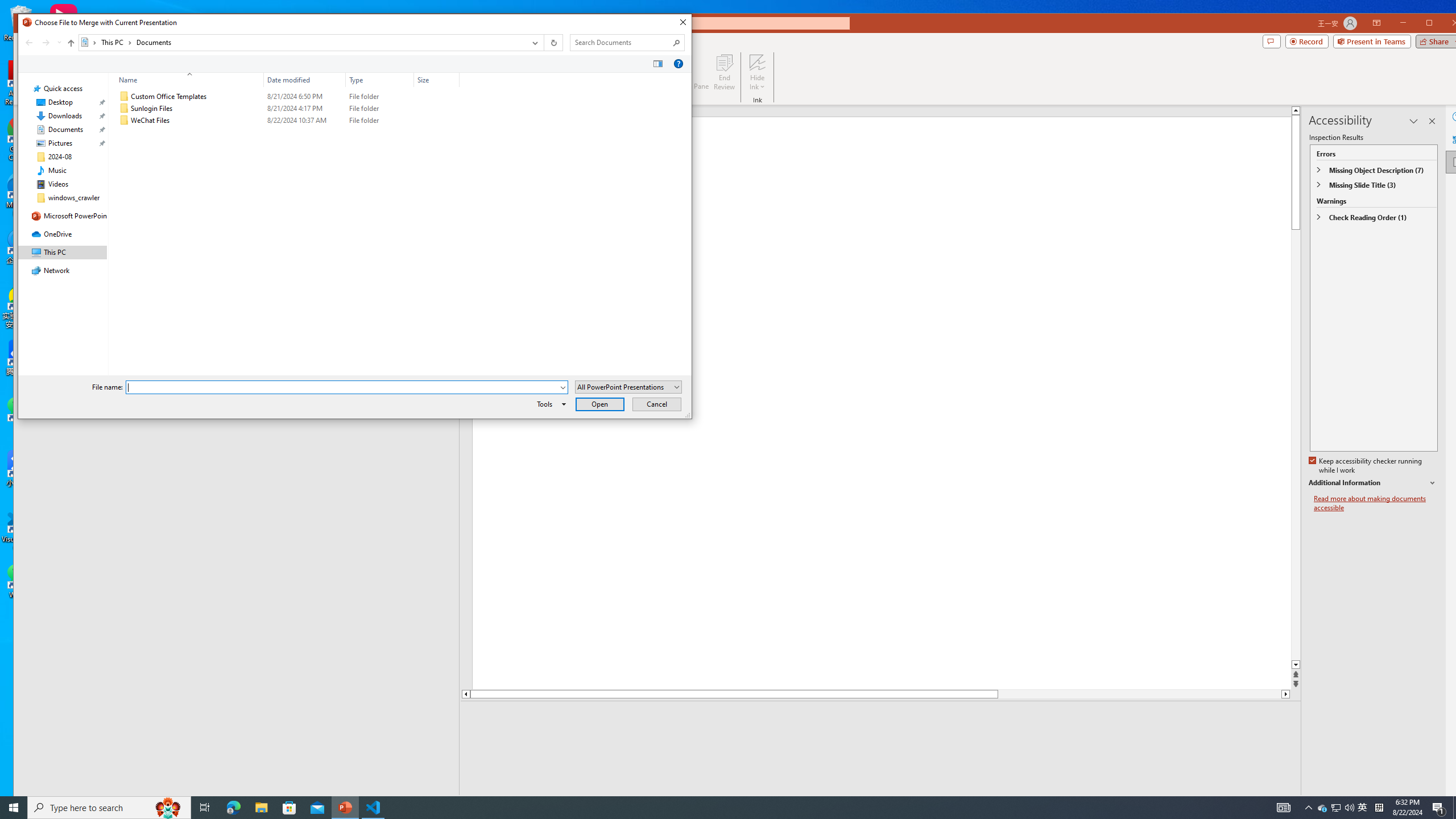 The height and width of the screenshot is (819, 1456). I want to click on 'PowerPoint - 1 running window', so click(345, 806).